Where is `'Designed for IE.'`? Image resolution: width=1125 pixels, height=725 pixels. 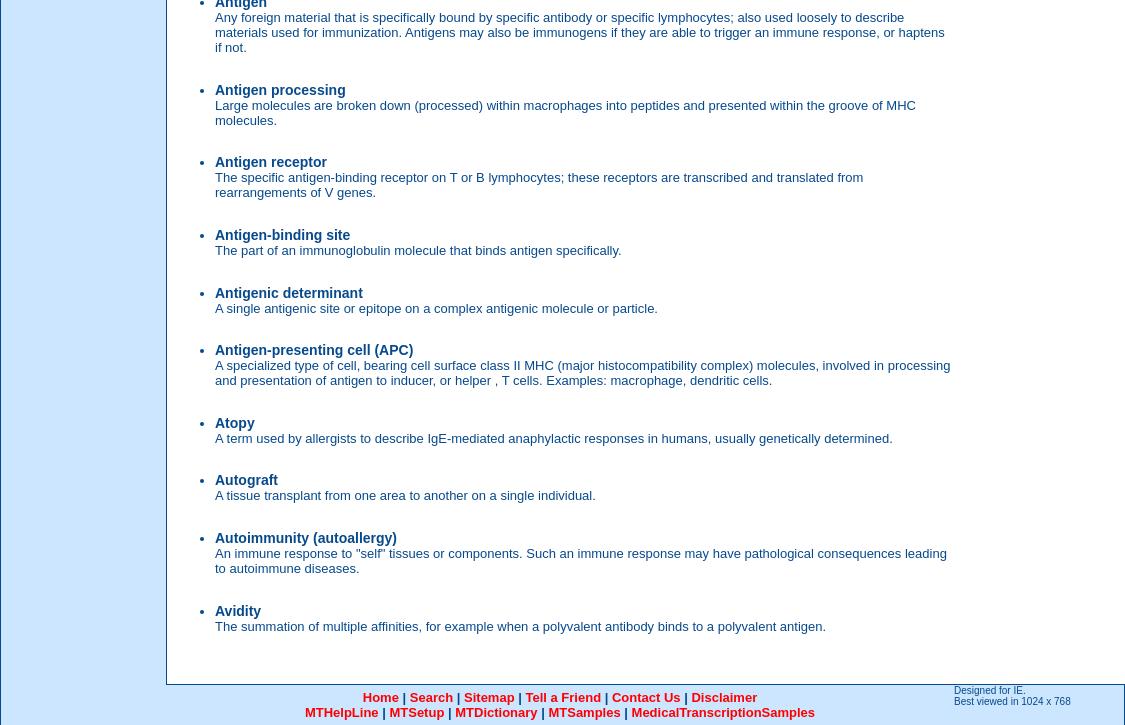 'Designed for IE.' is located at coordinates (988, 688).